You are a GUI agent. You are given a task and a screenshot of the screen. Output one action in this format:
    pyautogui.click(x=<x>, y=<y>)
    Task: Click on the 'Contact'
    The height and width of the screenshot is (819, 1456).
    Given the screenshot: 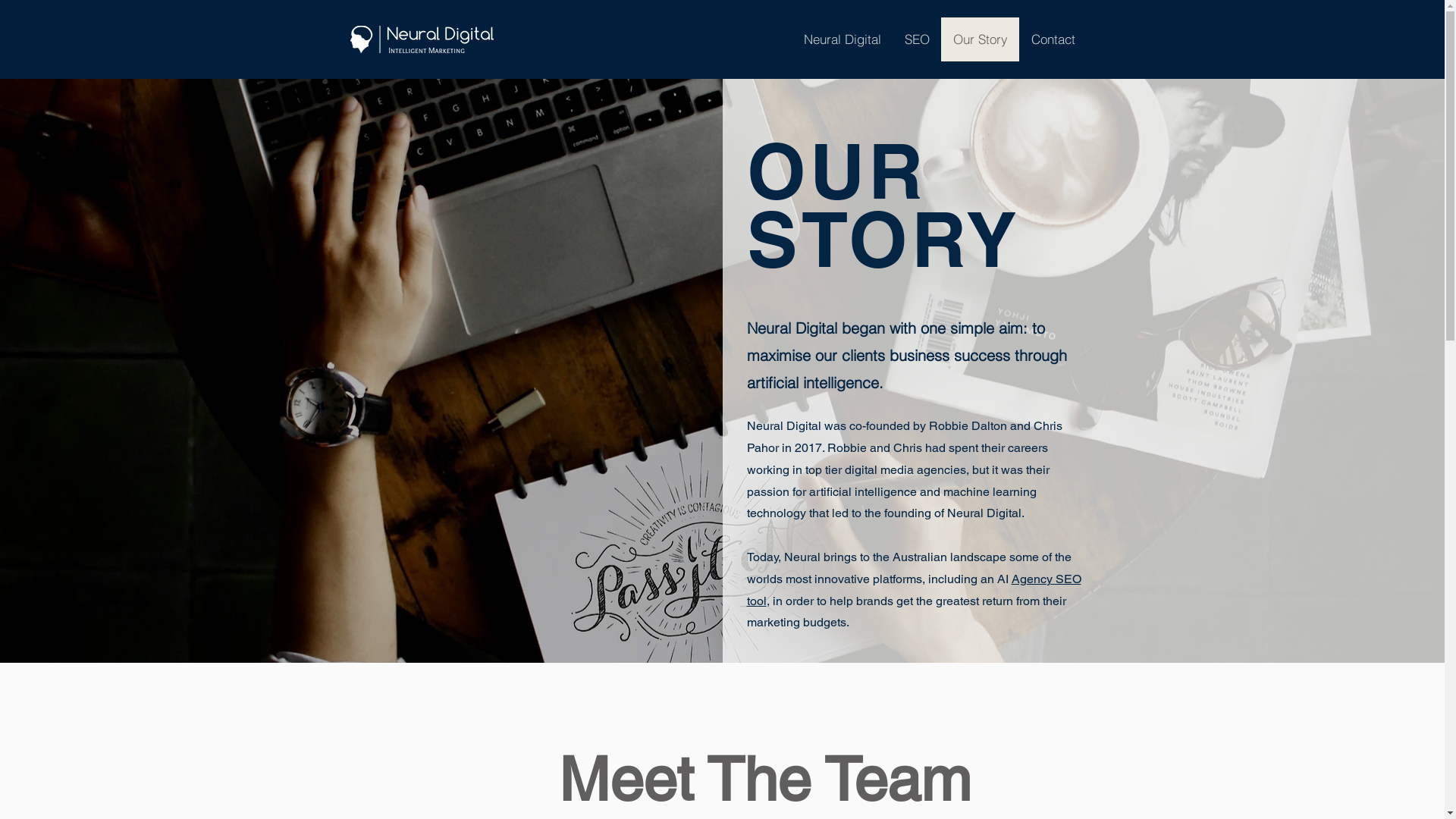 What is the action you would take?
    pyautogui.click(x=1052, y=38)
    